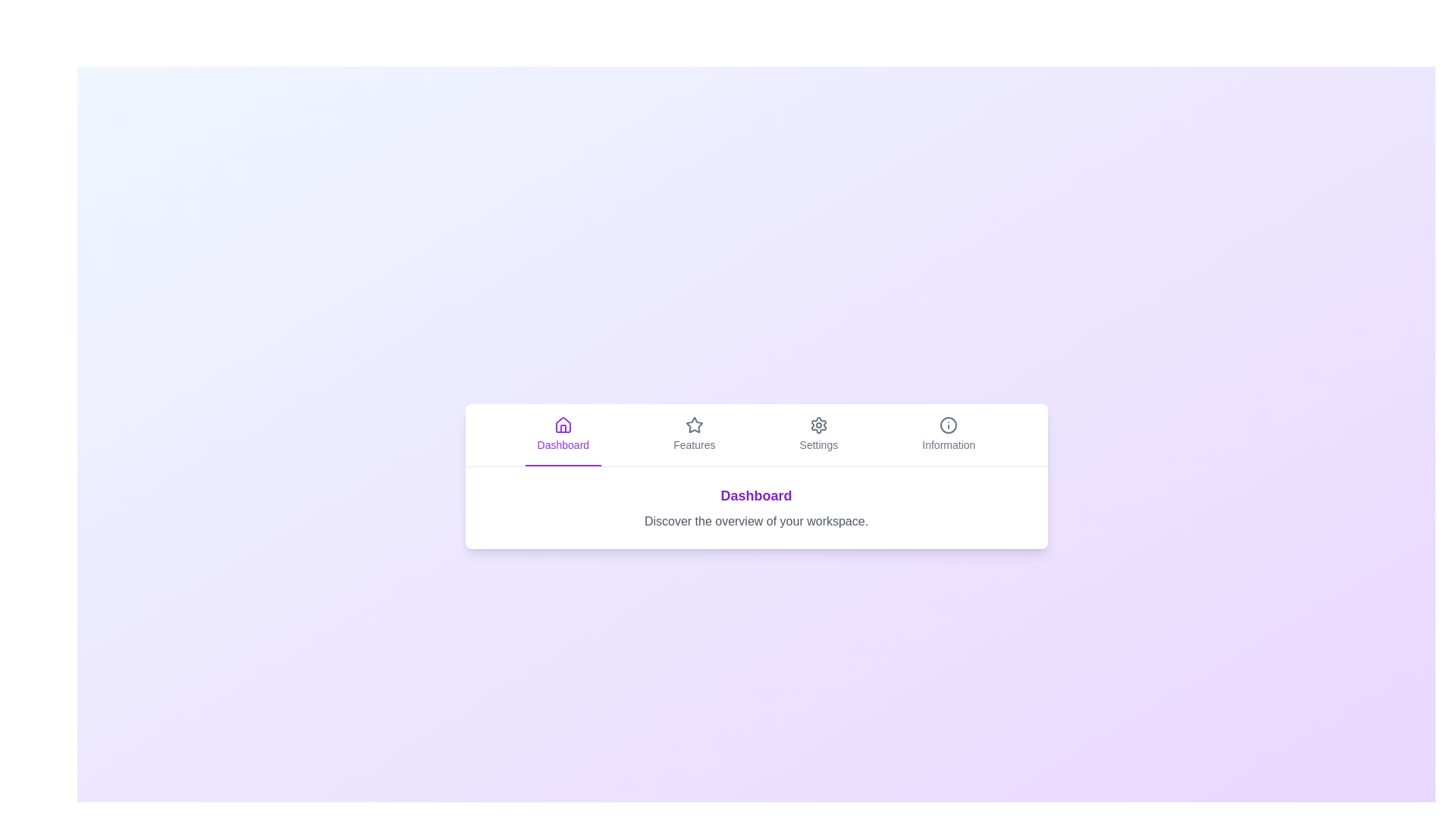  Describe the element at coordinates (948, 425) in the screenshot. I see `the icon associated with the Information tab` at that location.